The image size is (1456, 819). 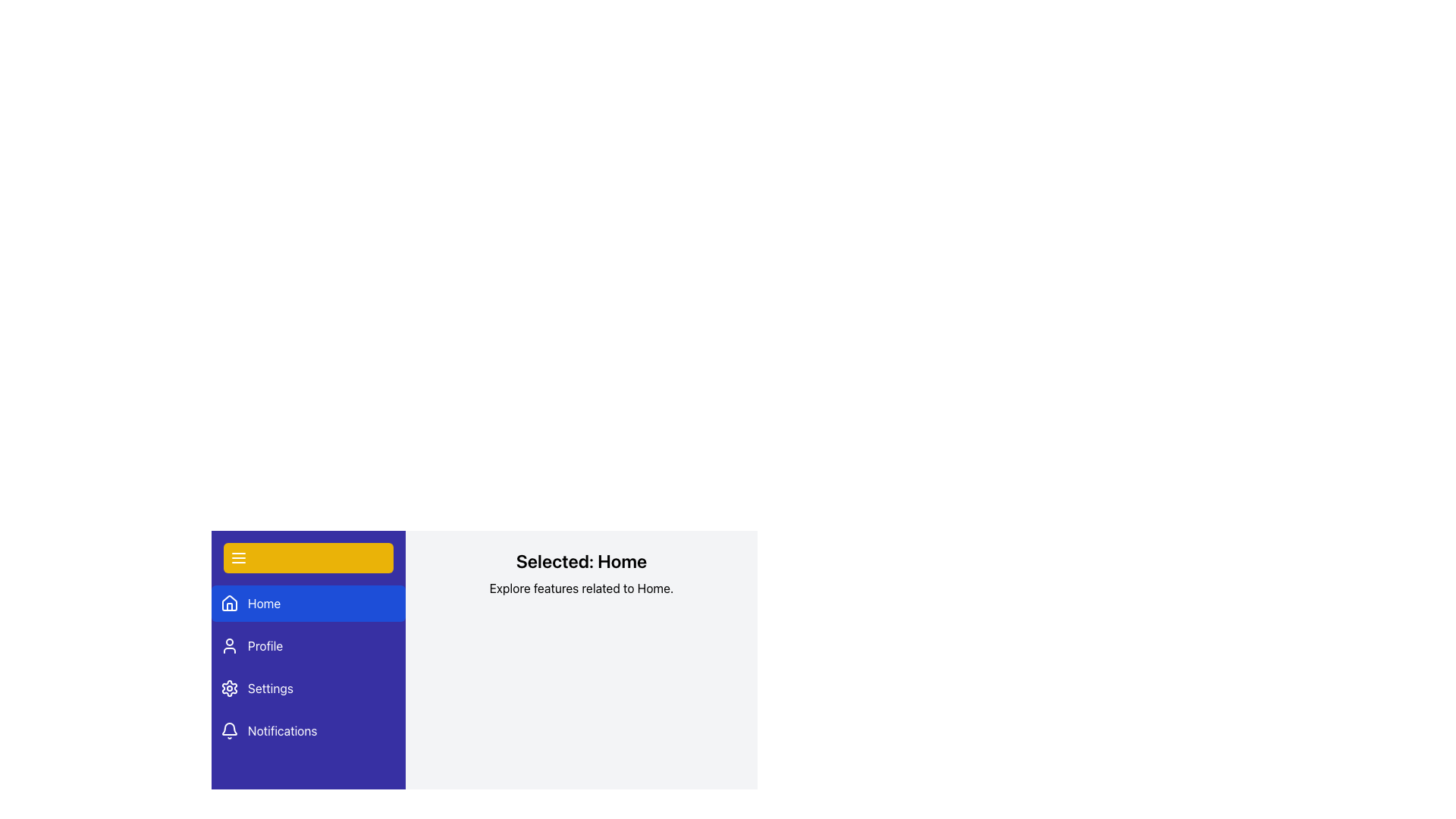 I want to click on the hamburger menu icon located at the top left of the interface, inside the yellow button area, so click(x=238, y=558).